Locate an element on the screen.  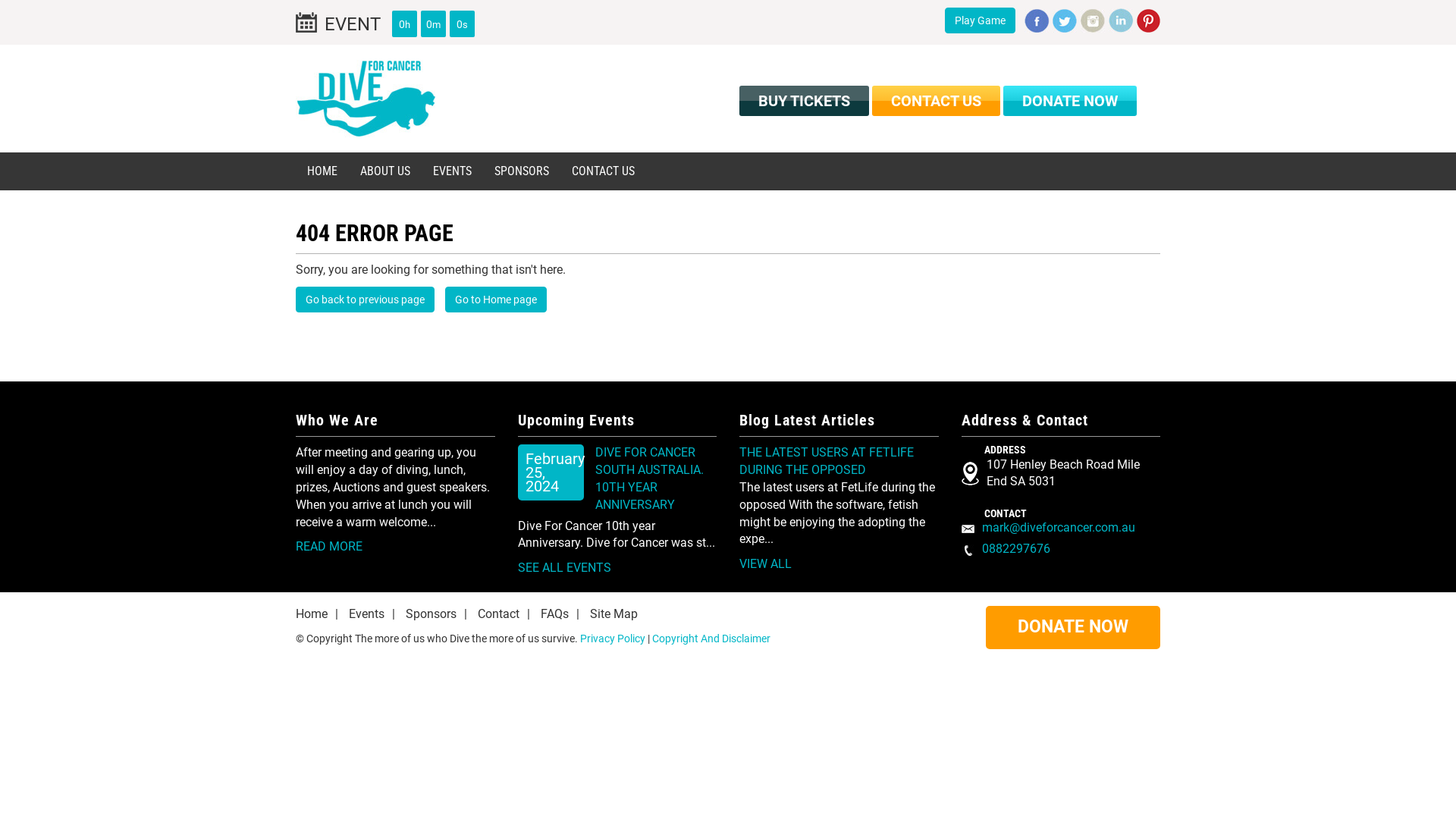
'SEE ALL EVENTS' is located at coordinates (563, 567).